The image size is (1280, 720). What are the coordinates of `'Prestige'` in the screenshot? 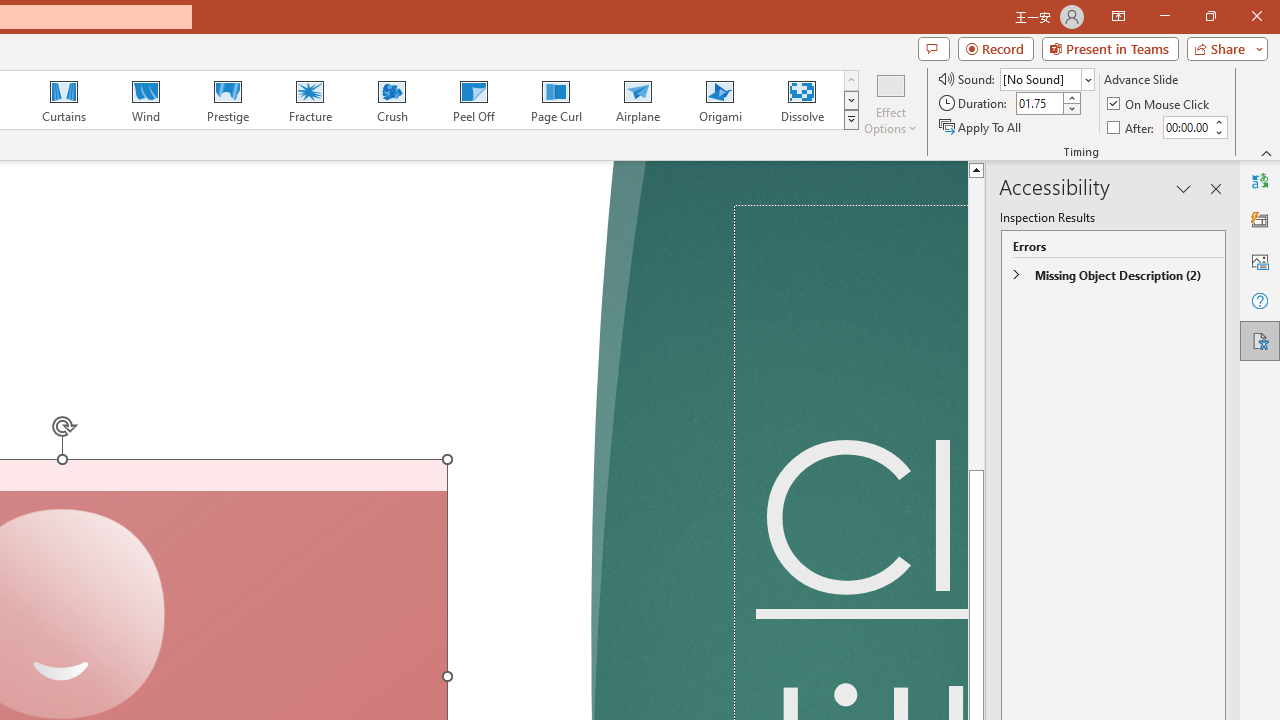 It's located at (227, 100).